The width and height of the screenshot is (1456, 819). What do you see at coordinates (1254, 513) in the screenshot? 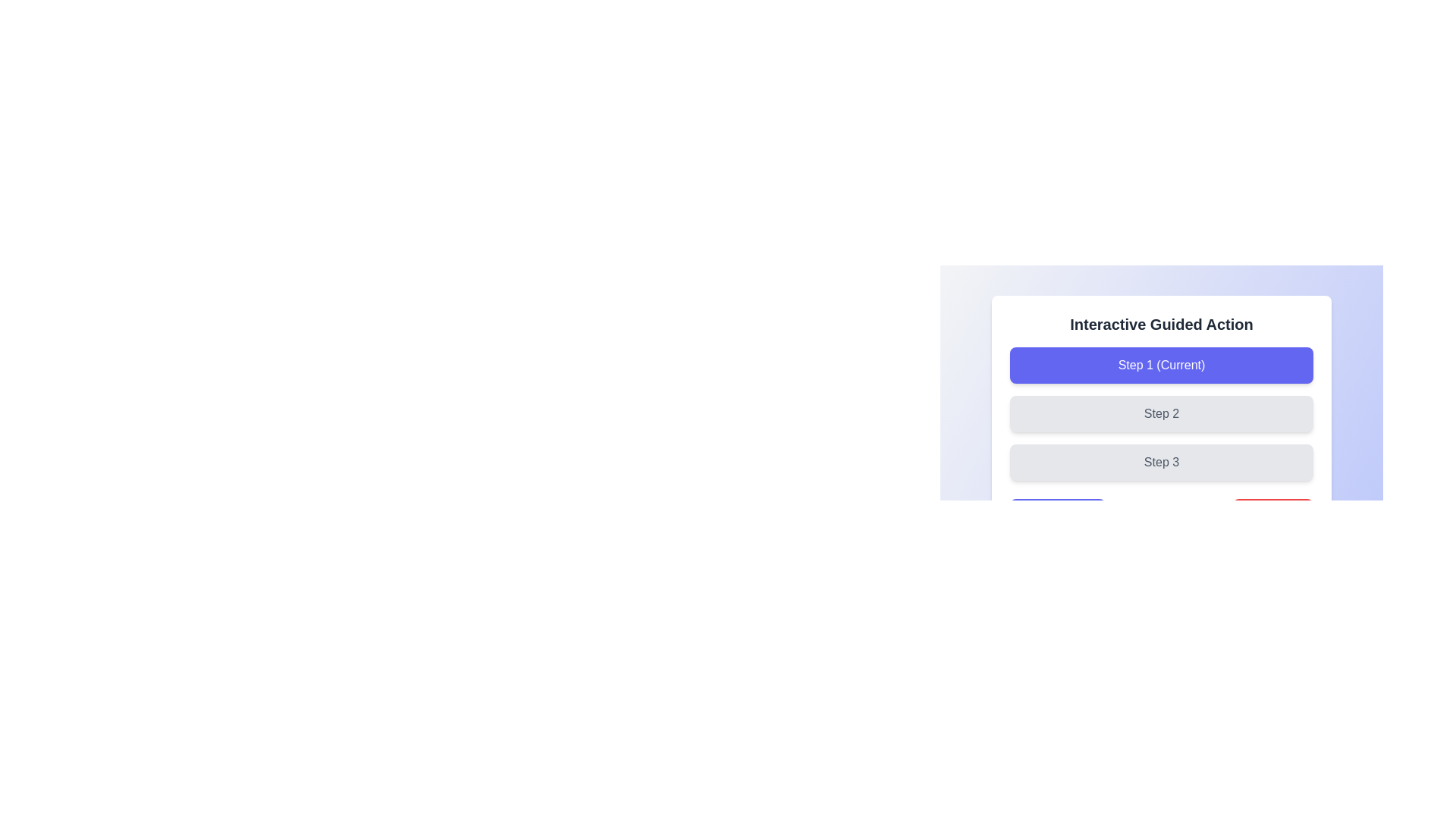
I see `the reset icon located inside the red 'Reset' button on the right side of the interface below the 'Interactive Guided Action' section` at bounding box center [1254, 513].